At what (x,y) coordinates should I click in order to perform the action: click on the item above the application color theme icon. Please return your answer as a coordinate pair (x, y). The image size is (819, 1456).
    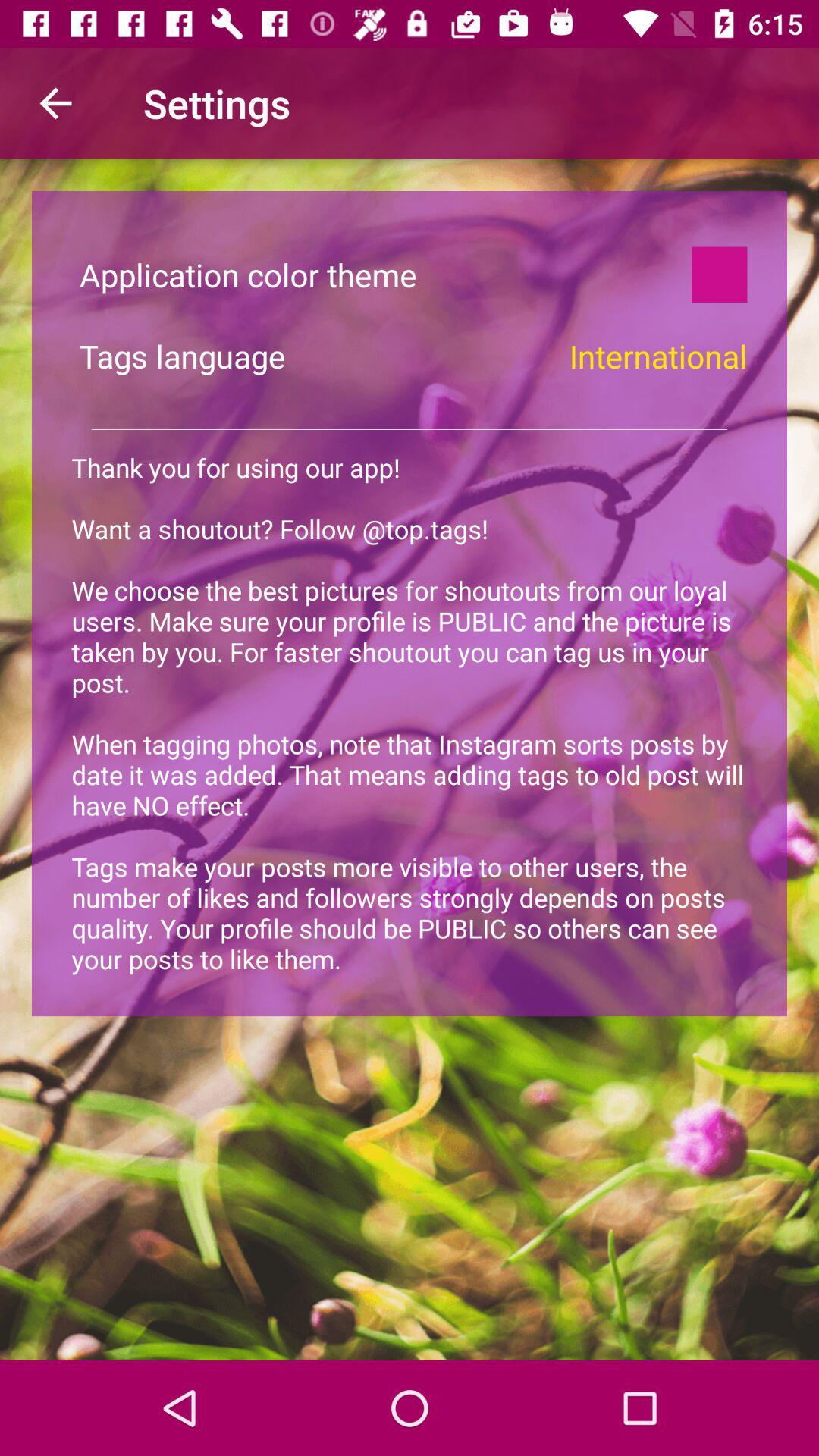
    Looking at the image, I should click on (55, 102).